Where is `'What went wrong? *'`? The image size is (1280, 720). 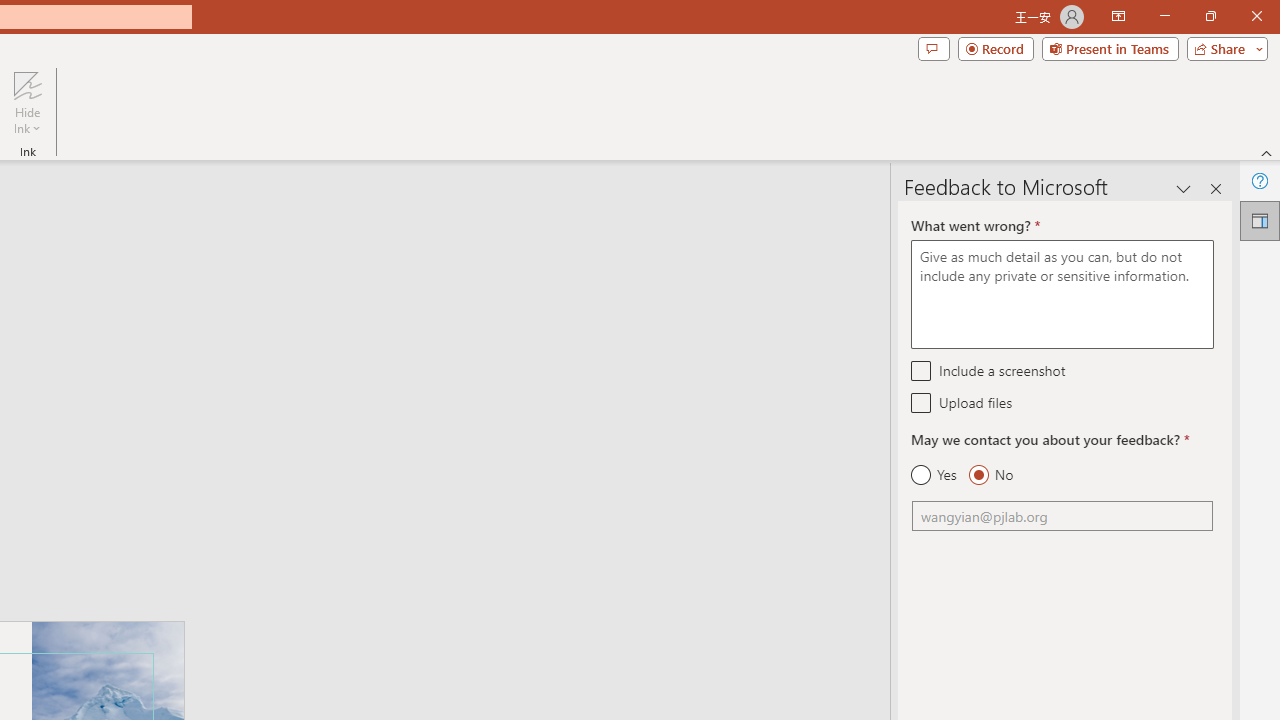 'What went wrong? *' is located at coordinates (1061, 294).